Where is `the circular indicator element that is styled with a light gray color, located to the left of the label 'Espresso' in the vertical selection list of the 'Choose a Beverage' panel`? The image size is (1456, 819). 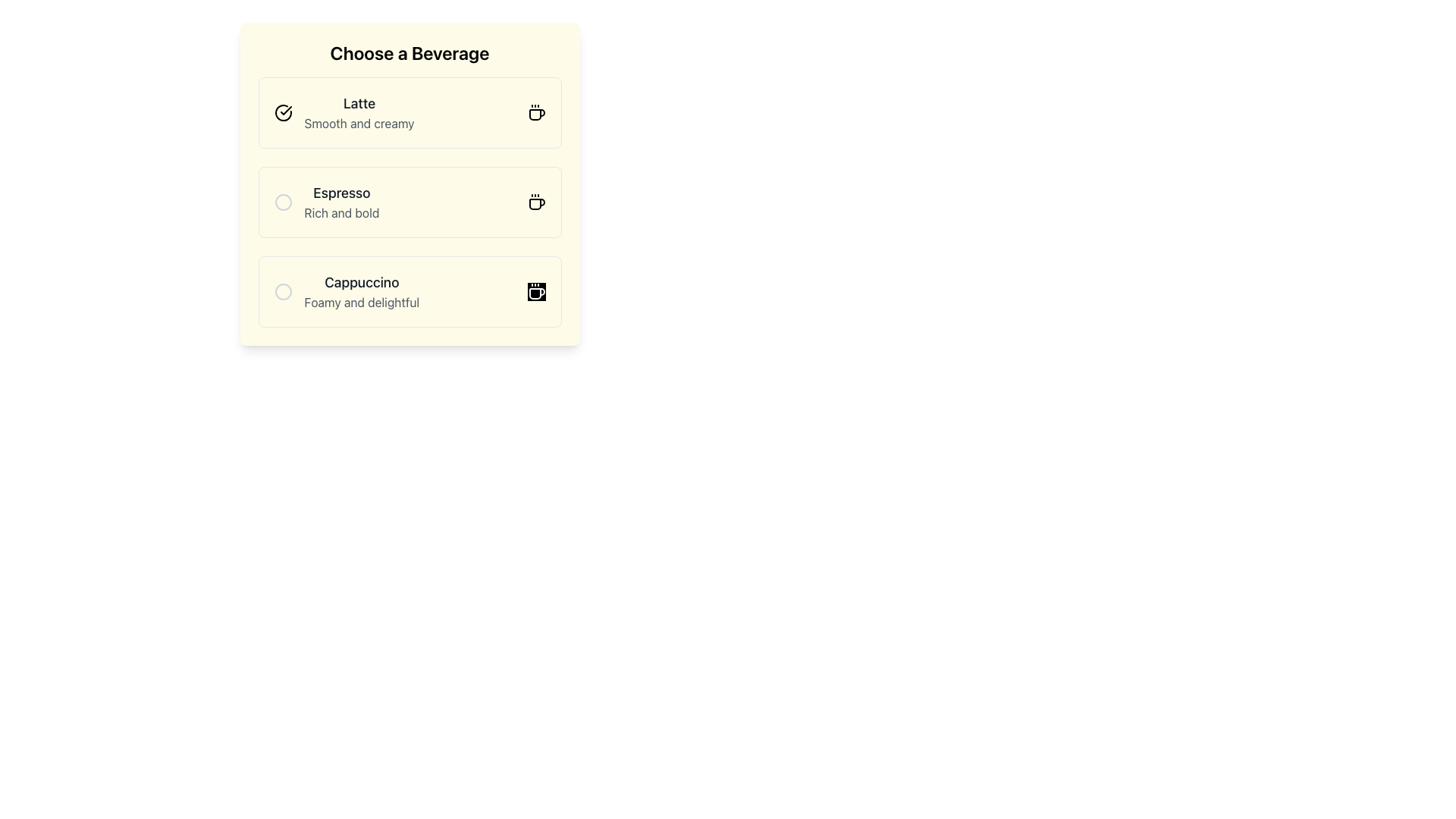 the circular indicator element that is styled with a light gray color, located to the left of the label 'Espresso' in the vertical selection list of the 'Choose a Beverage' panel is located at coordinates (283, 201).